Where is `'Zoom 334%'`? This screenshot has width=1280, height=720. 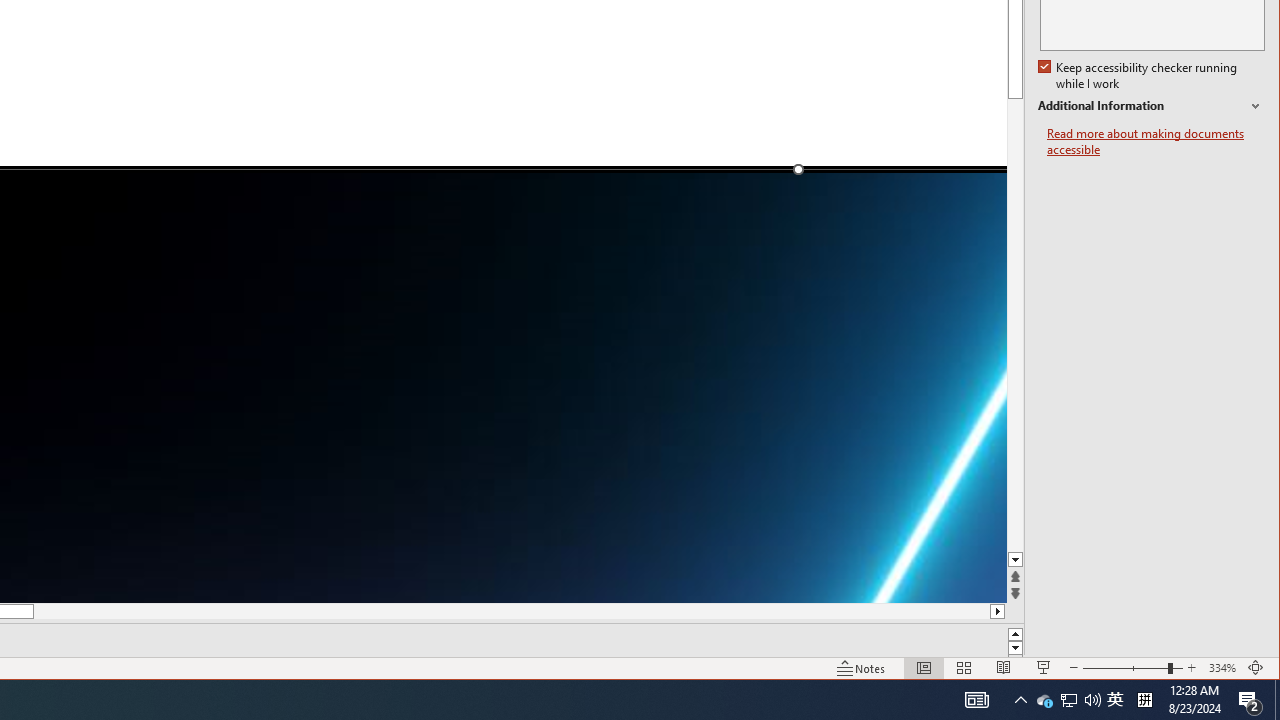
'Zoom 334%' is located at coordinates (1221, 668).